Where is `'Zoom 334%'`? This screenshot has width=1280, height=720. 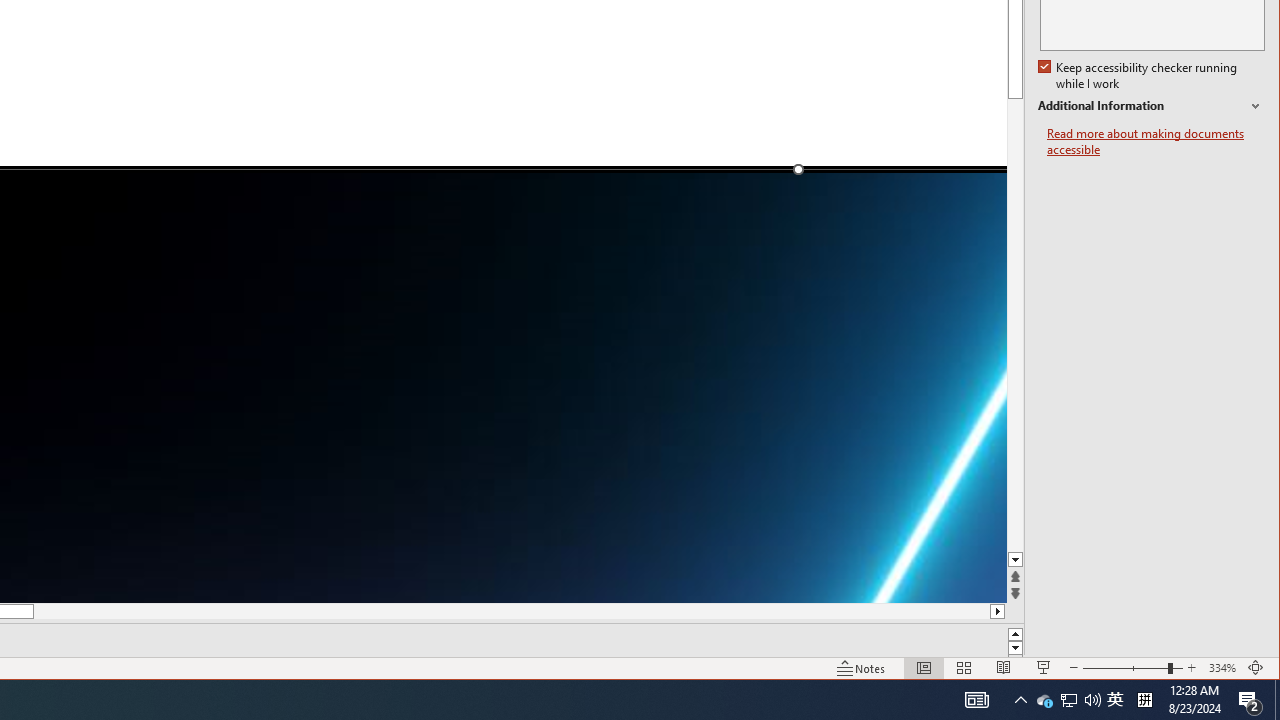
'Zoom 334%' is located at coordinates (1221, 668).